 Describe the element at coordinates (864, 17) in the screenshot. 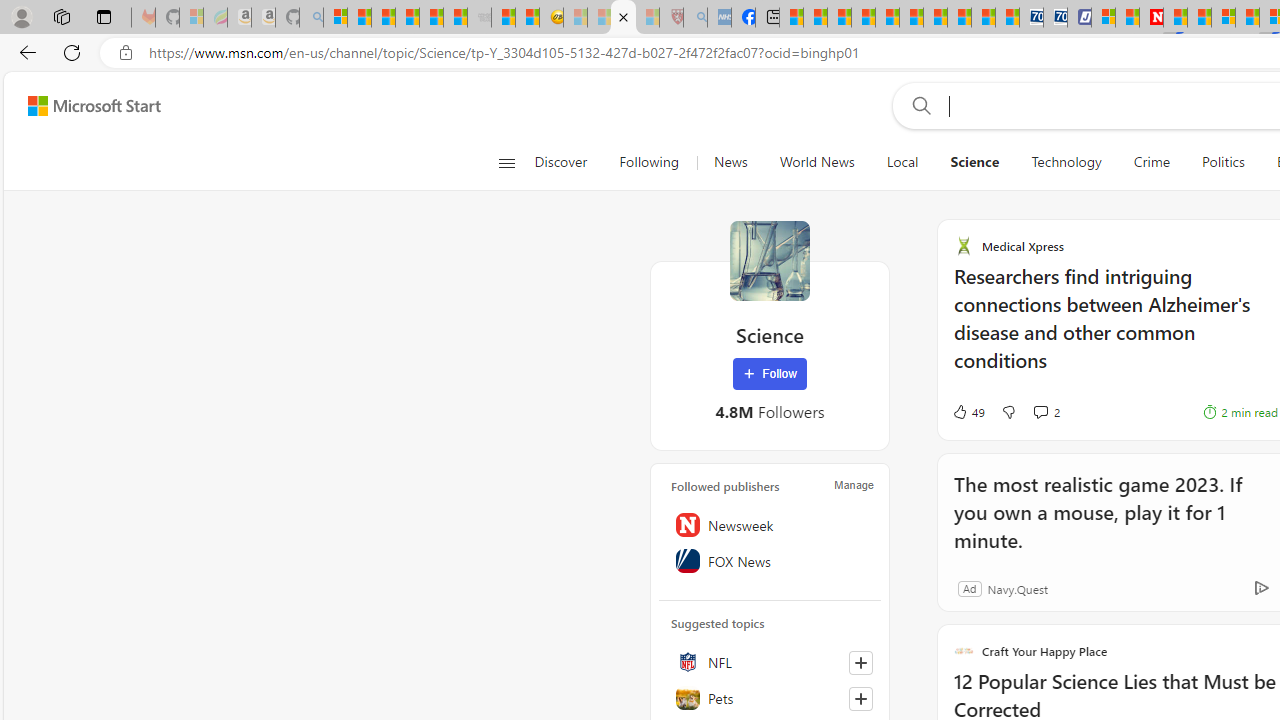

I see `'Climate Damage Becomes Too Severe To Reverse'` at that location.